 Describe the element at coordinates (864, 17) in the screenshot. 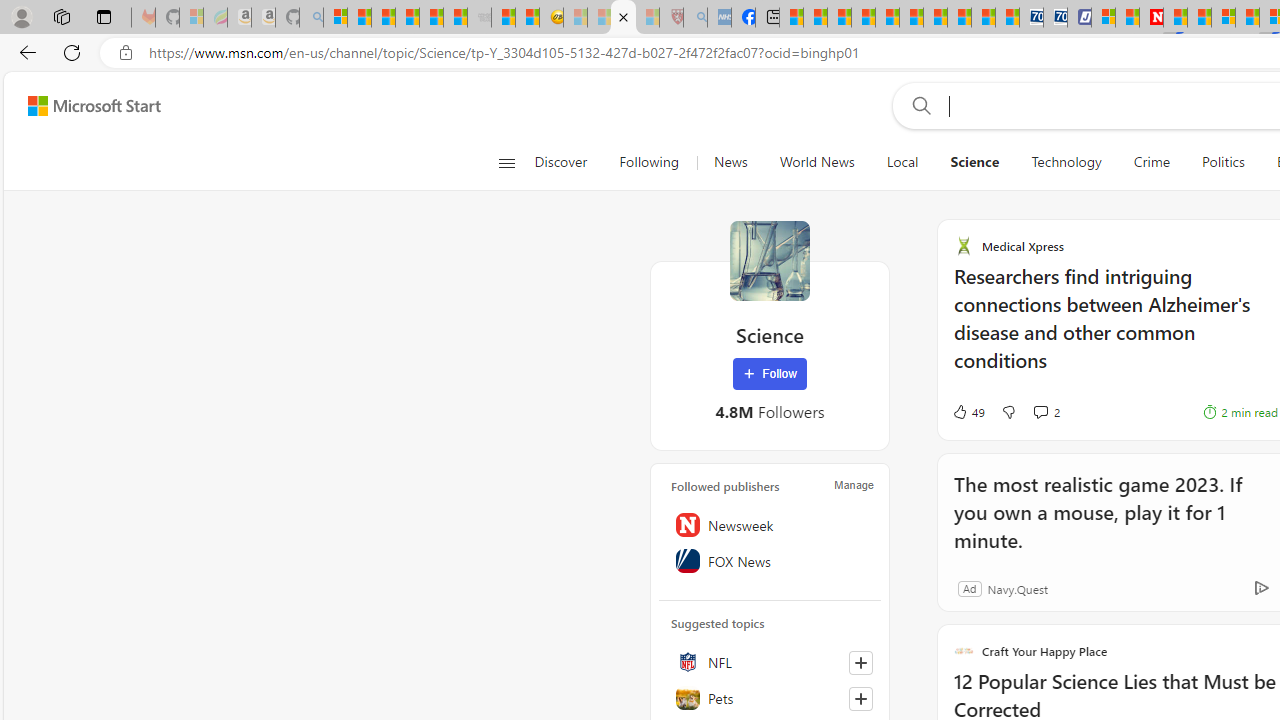

I see `'Climate Damage Becomes Too Severe To Reverse'` at that location.